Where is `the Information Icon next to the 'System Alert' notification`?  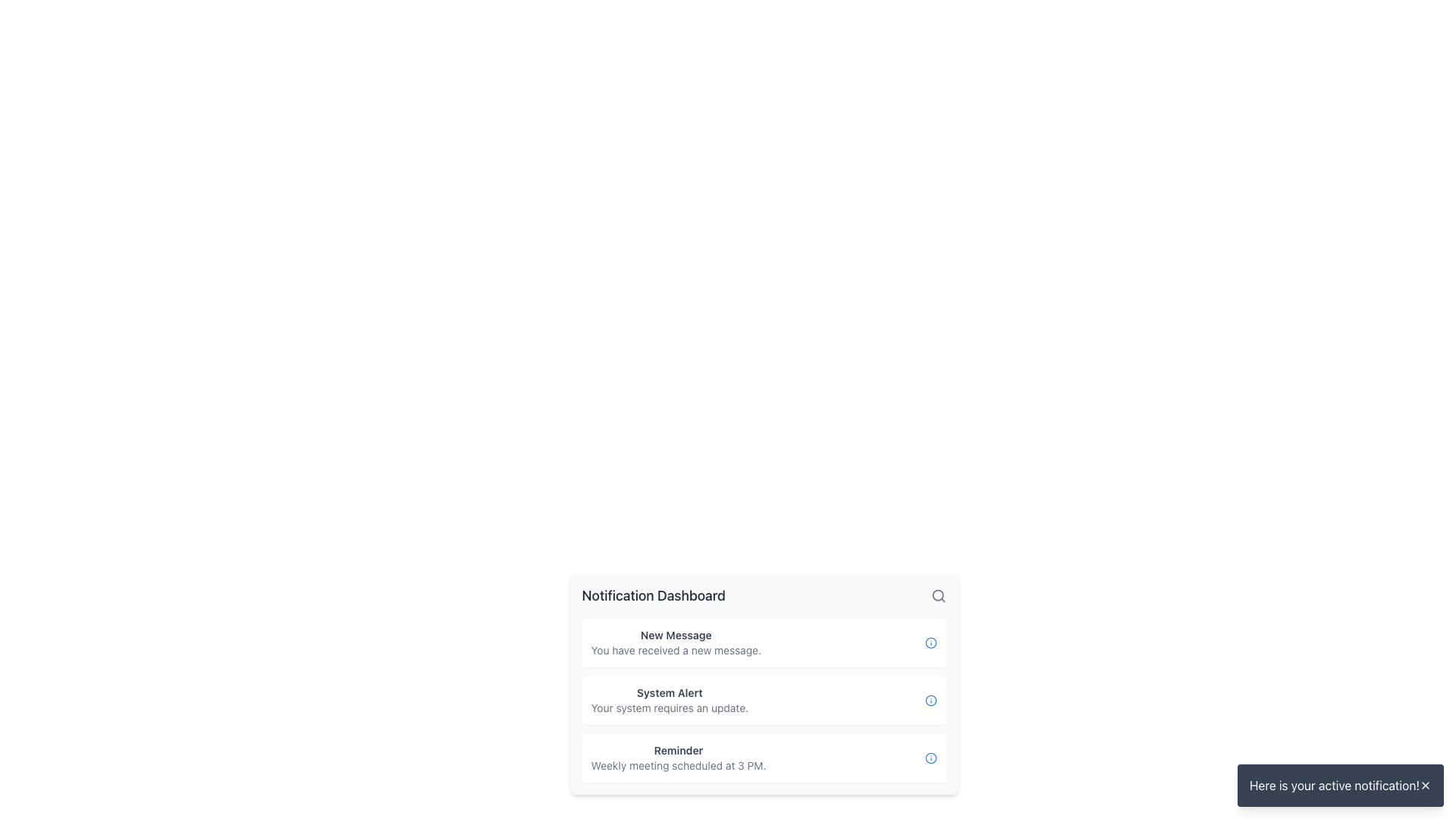
the Information Icon next to the 'System Alert' notification is located at coordinates (930, 701).